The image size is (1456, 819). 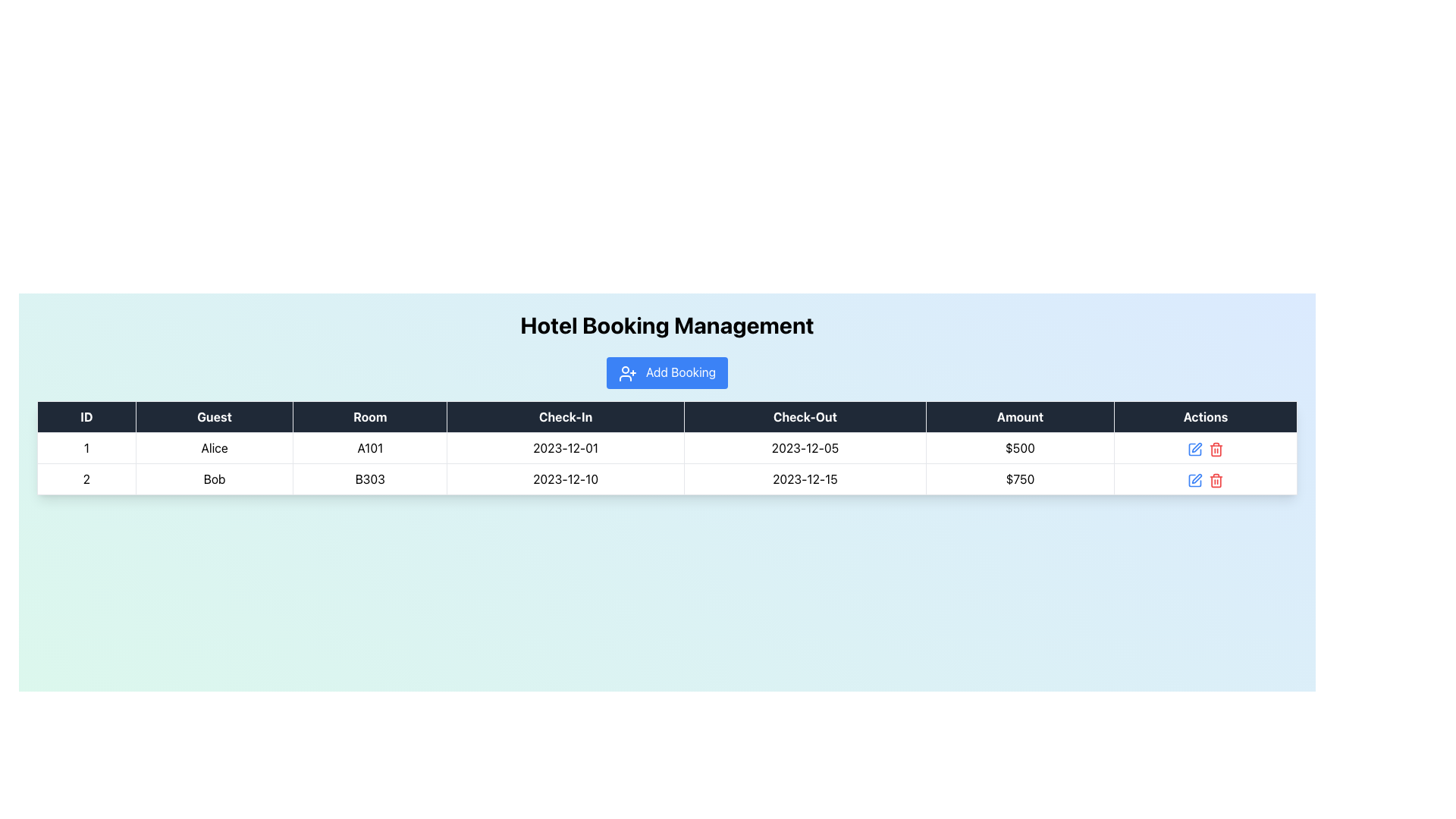 What do you see at coordinates (565, 416) in the screenshot?
I see `the Table Header Cell labeled 'Check-In', which is the fourth column header in the table, positioned between 'Room' and 'Check-Out'` at bounding box center [565, 416].